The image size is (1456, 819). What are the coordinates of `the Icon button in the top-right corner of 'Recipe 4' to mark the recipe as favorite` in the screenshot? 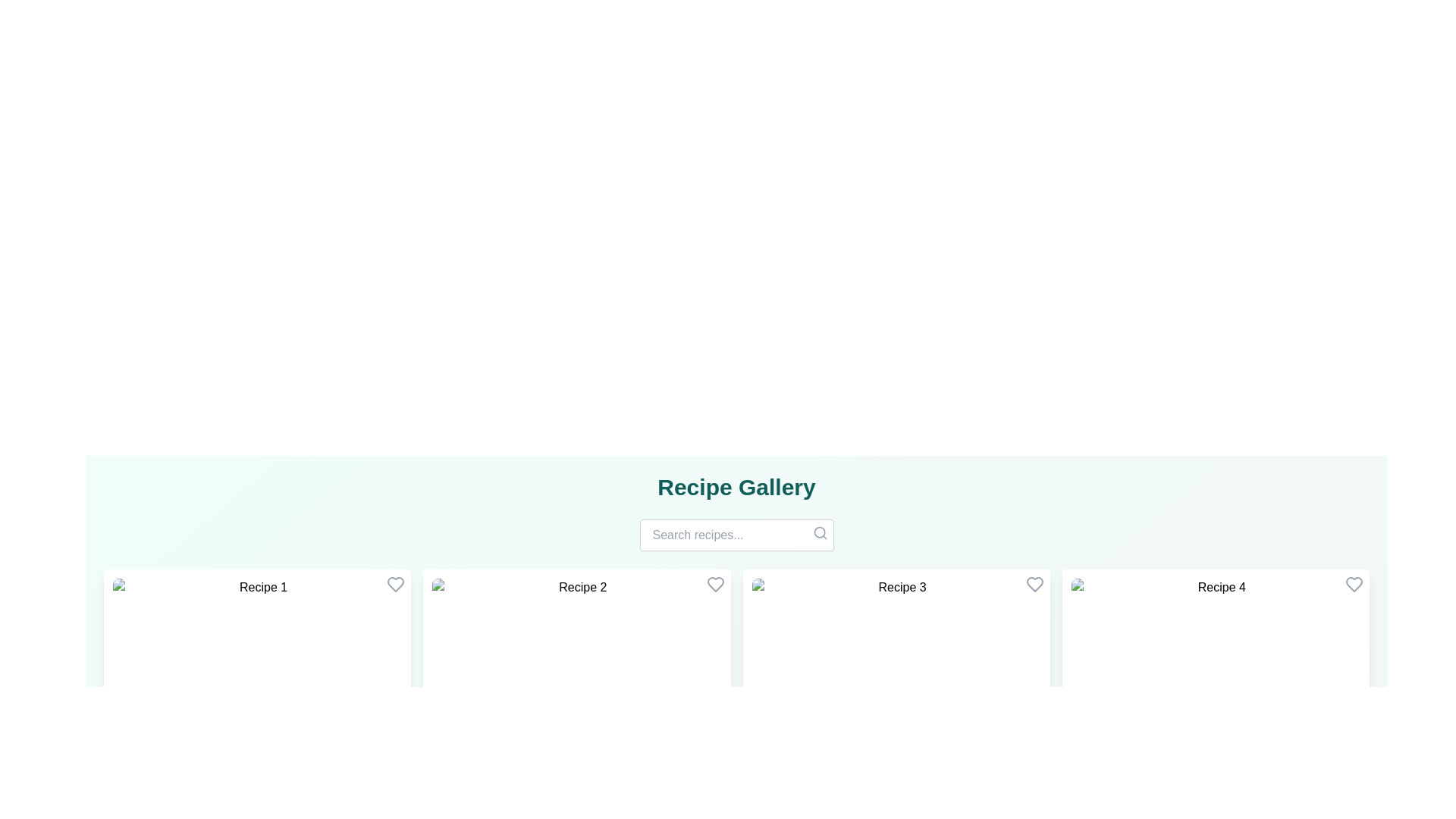 It's located at (1354, 584).